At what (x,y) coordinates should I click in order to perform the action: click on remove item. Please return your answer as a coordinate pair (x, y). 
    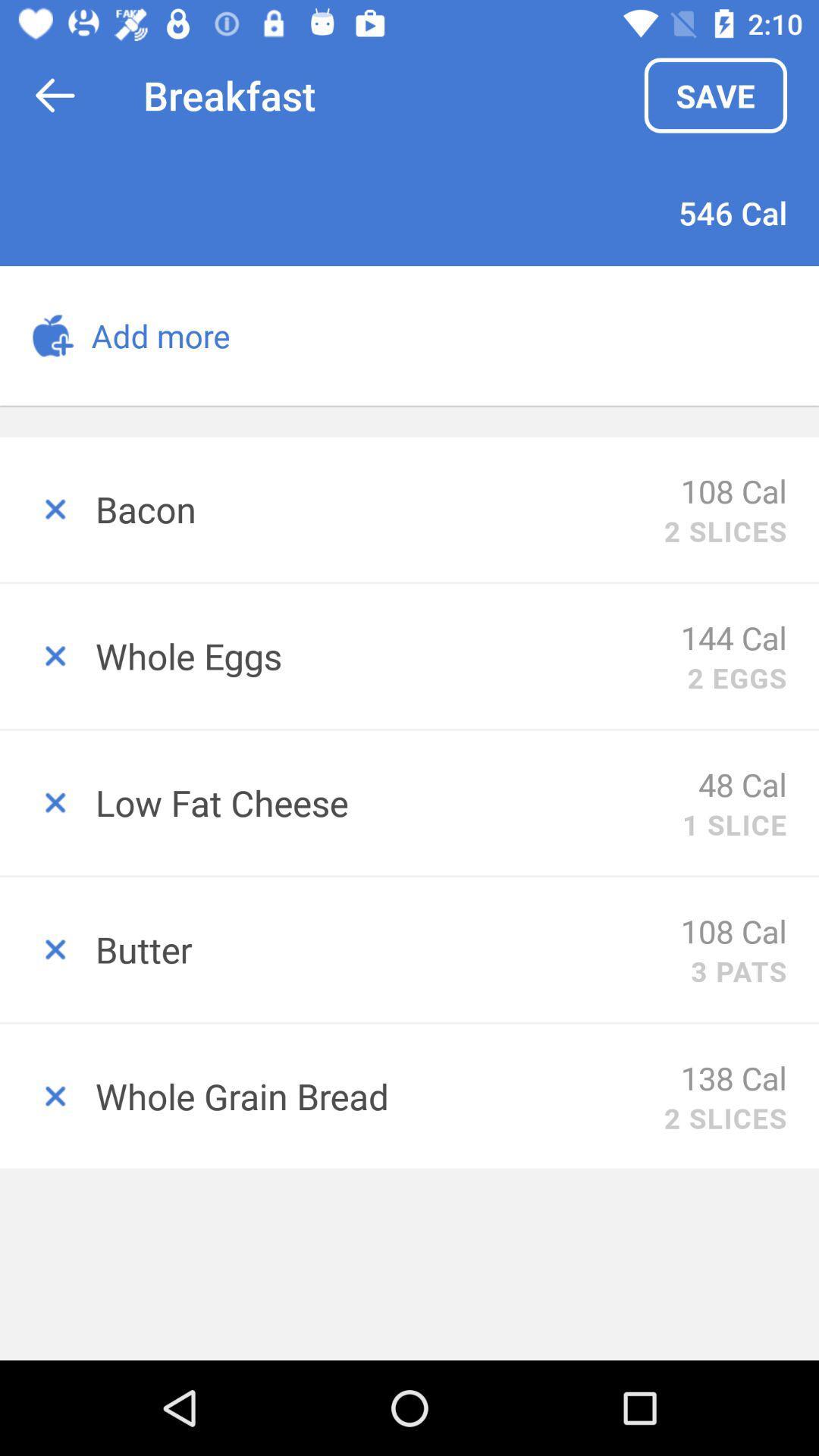
    Looking at the image, I should click on (46, 802).